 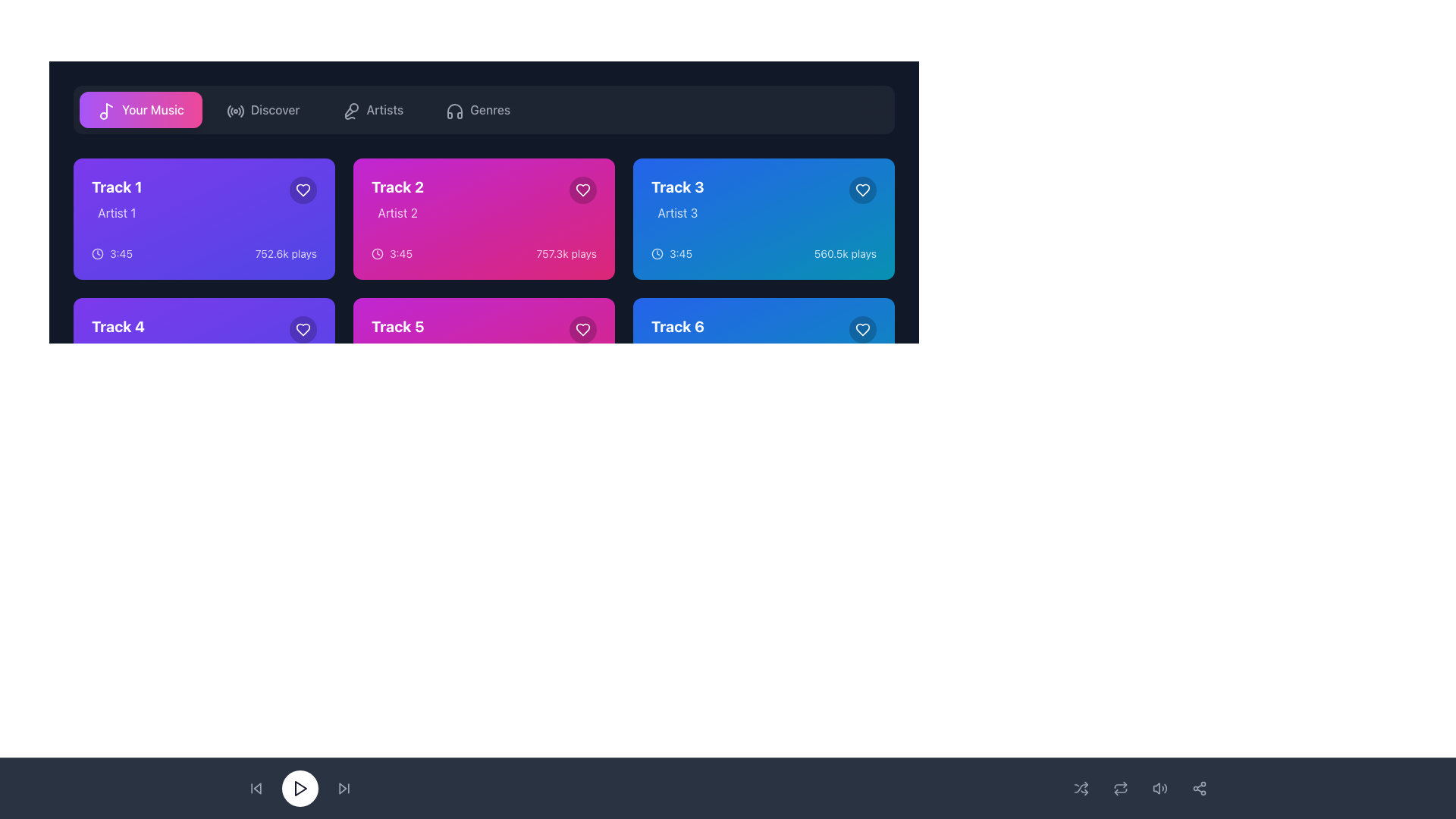 I want to click on the favorite action button located in the top-right area of the card labeled 'Track 1' to mark the track as a favorite, so click(x=303, y=189).